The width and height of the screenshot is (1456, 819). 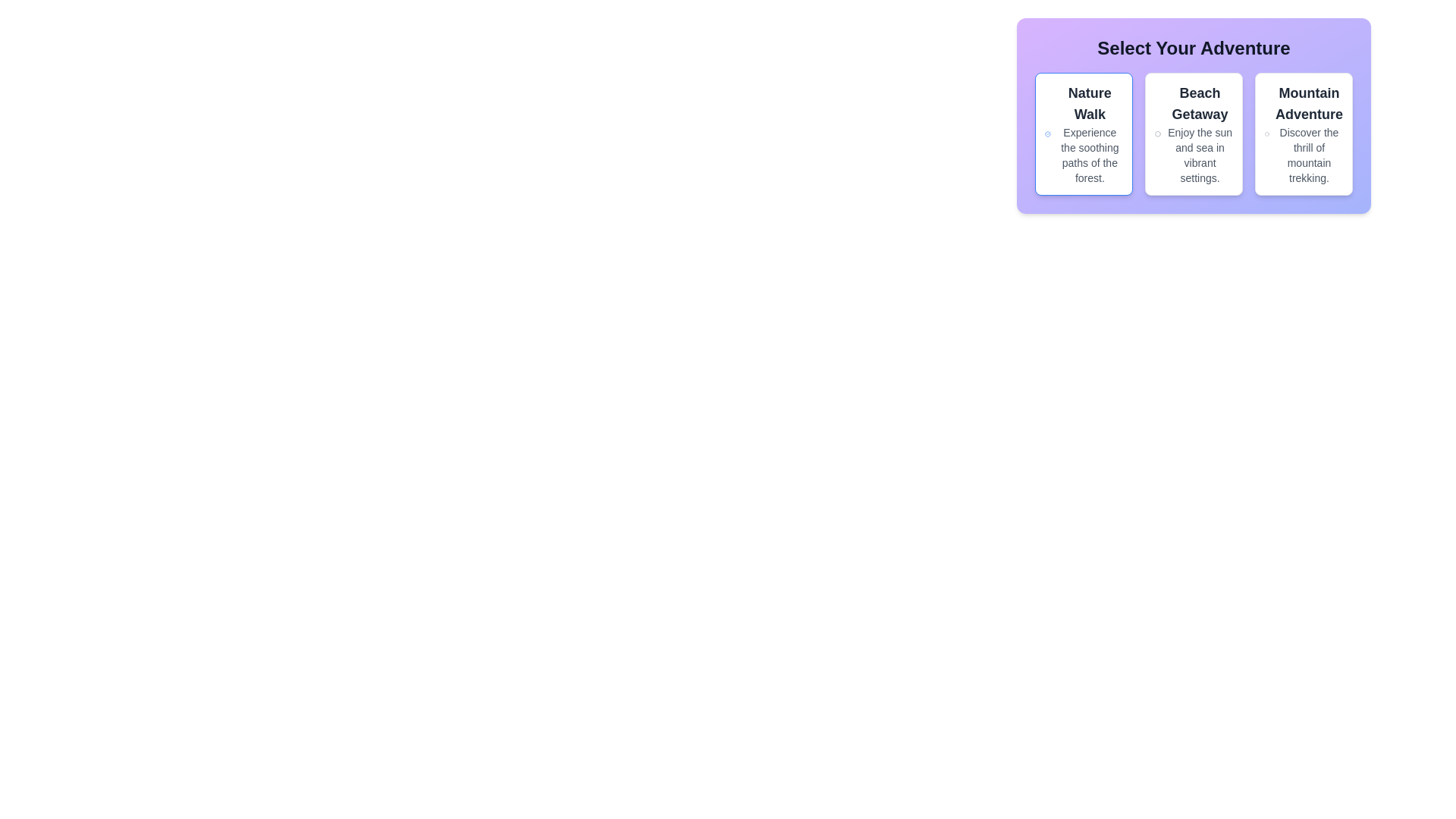 I want to click on the descriptive text block titled 'Beach Getaway' which includes the text 'Enjoy the sun and sea in vibrant settings.' This block is located in the center of a triplet of adventure options under 'Select Your Adventure.', so click(x=1199, y=133).